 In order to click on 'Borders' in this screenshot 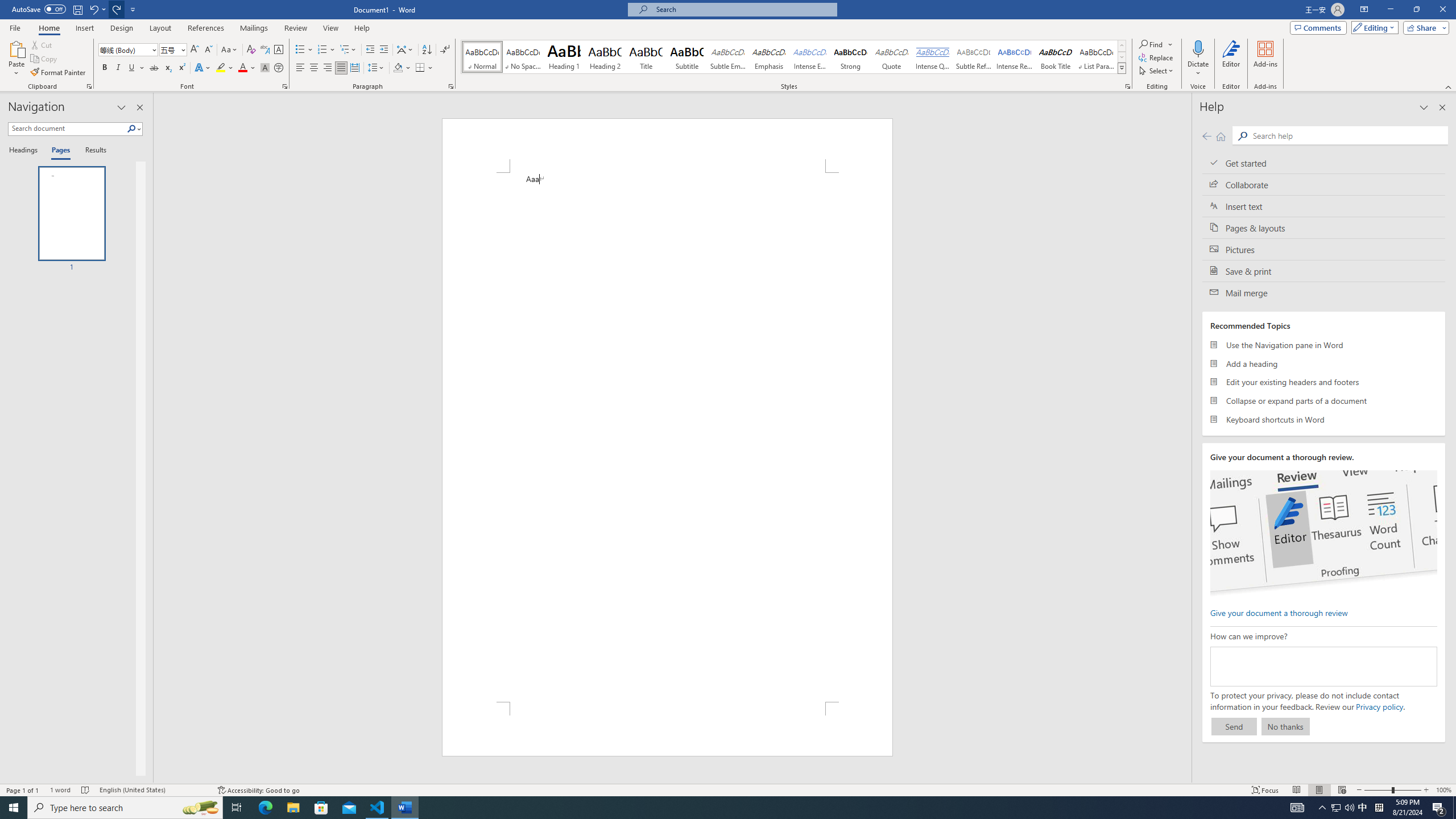, I will do `click(419, 67)`.